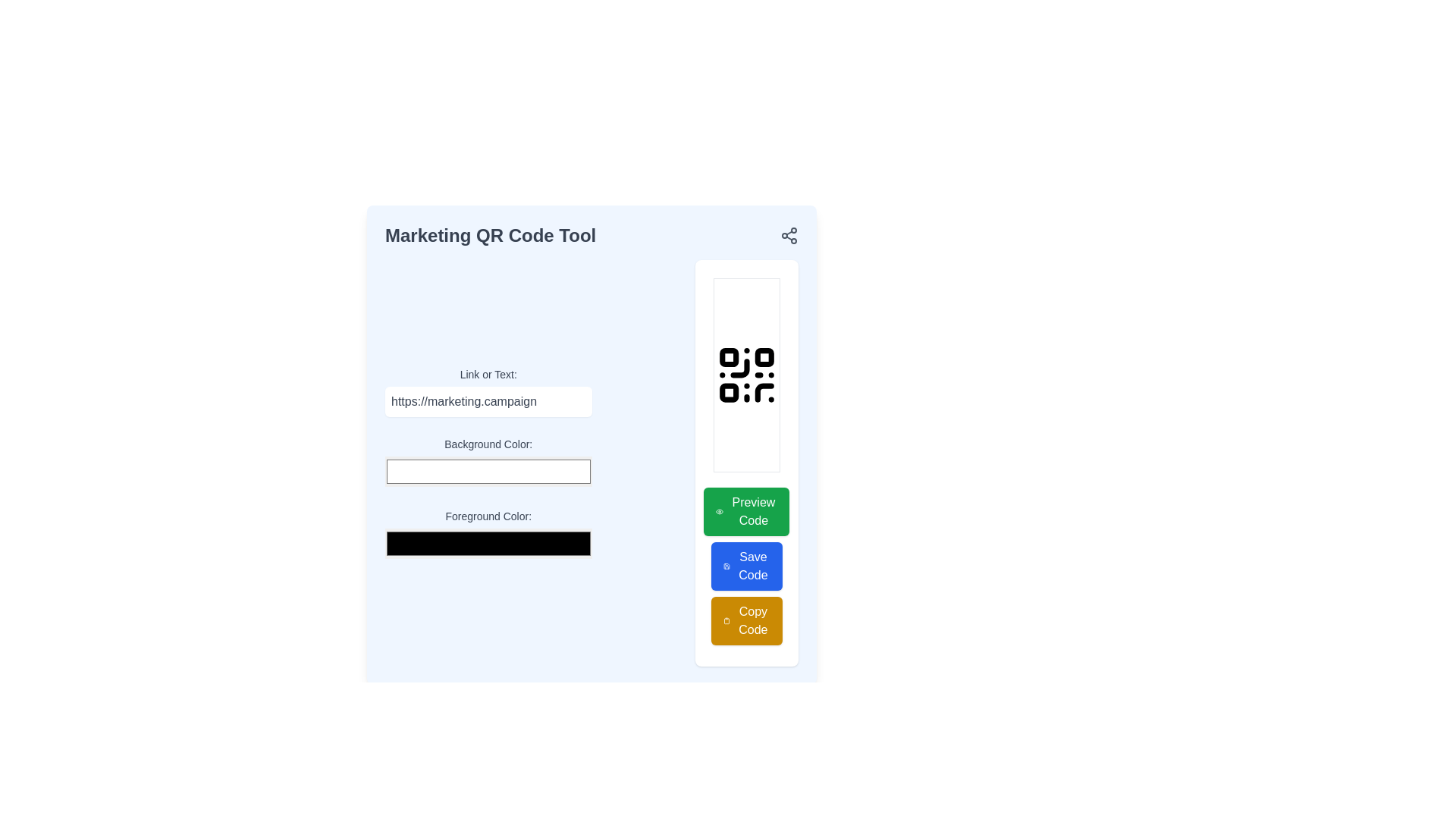 This screenshot has width=1456, height=819. What do you see at coordinates (746, 375) in the screenshot?
I see `the QR code located centrally within a bordered white box on the right side of the main interface` at bounding box center [746, 375].